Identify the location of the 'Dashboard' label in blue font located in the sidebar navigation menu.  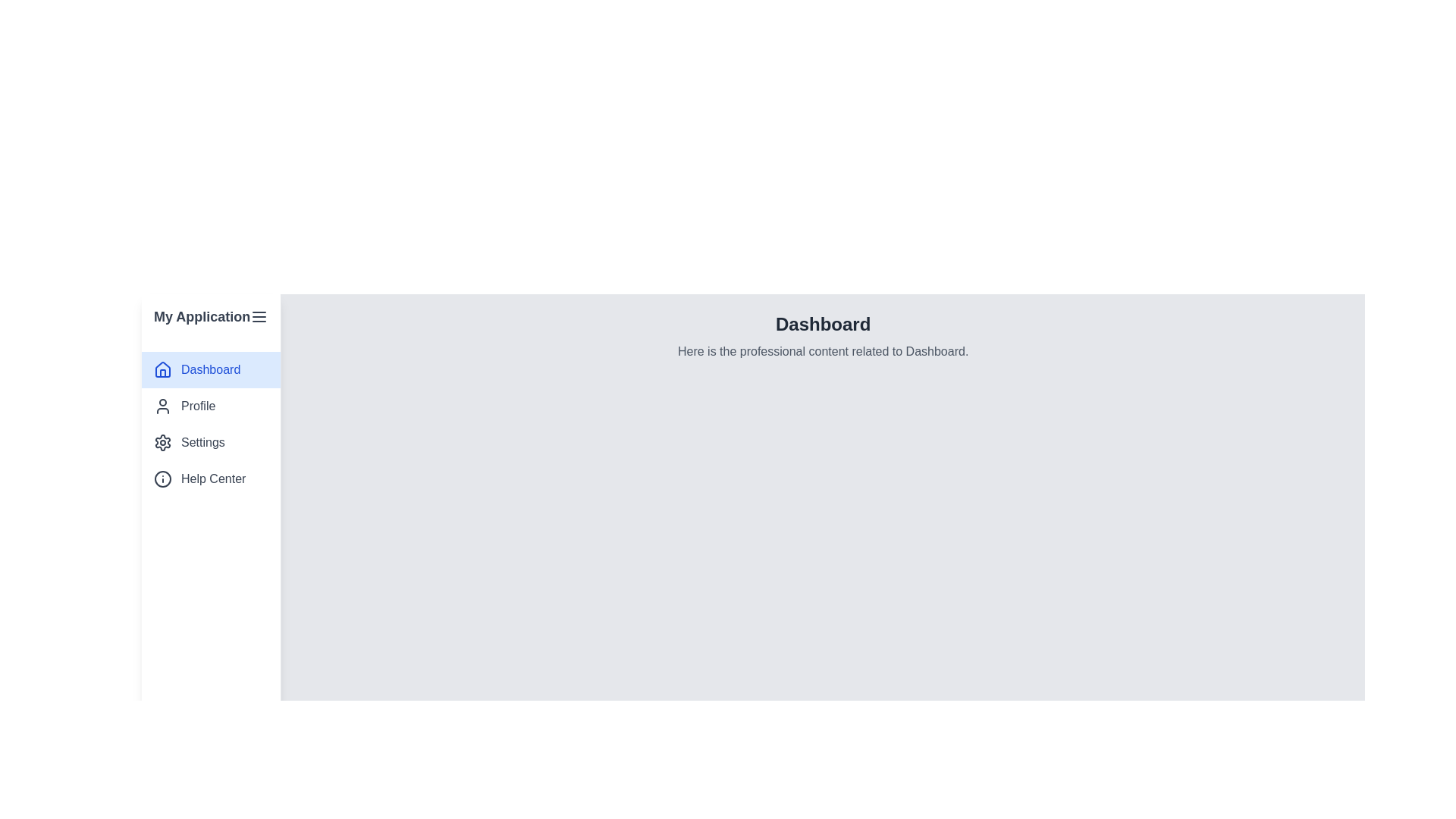
(210, 370).